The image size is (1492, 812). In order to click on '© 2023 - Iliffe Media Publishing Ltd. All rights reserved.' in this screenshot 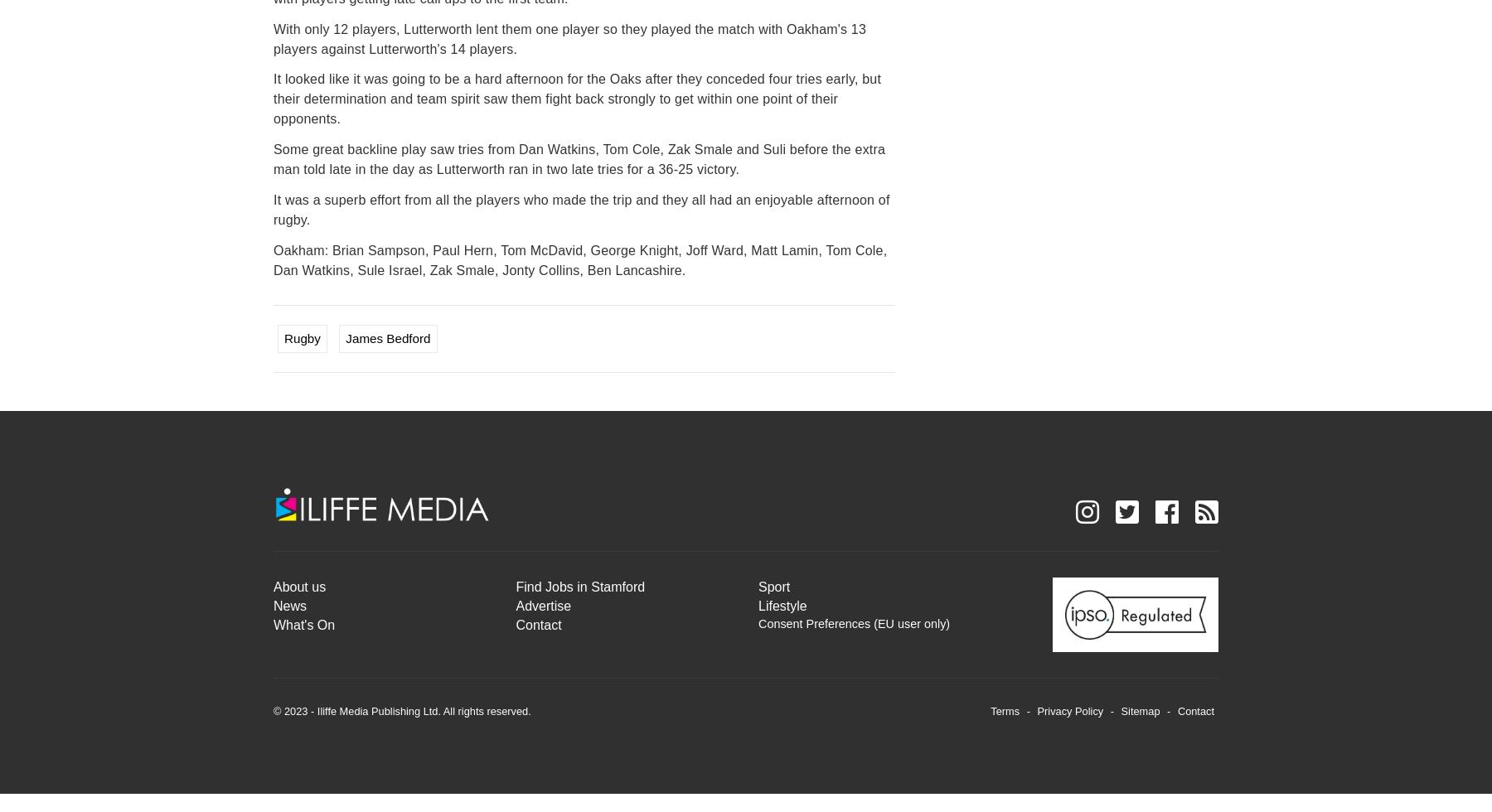, I will do `click(400, 710)`.